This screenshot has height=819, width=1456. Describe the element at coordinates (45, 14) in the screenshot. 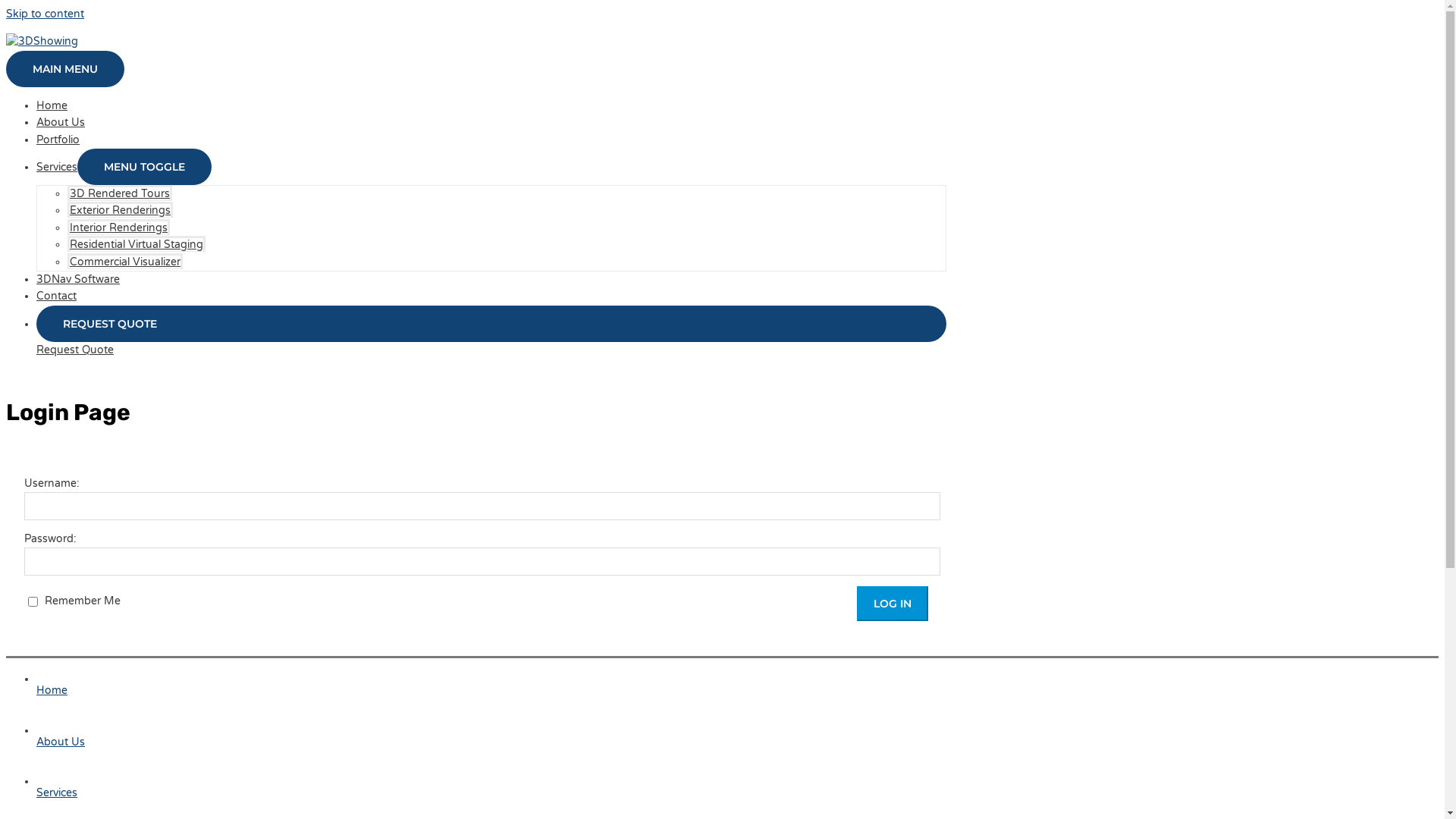

I see `'Skip to content'` at that location.